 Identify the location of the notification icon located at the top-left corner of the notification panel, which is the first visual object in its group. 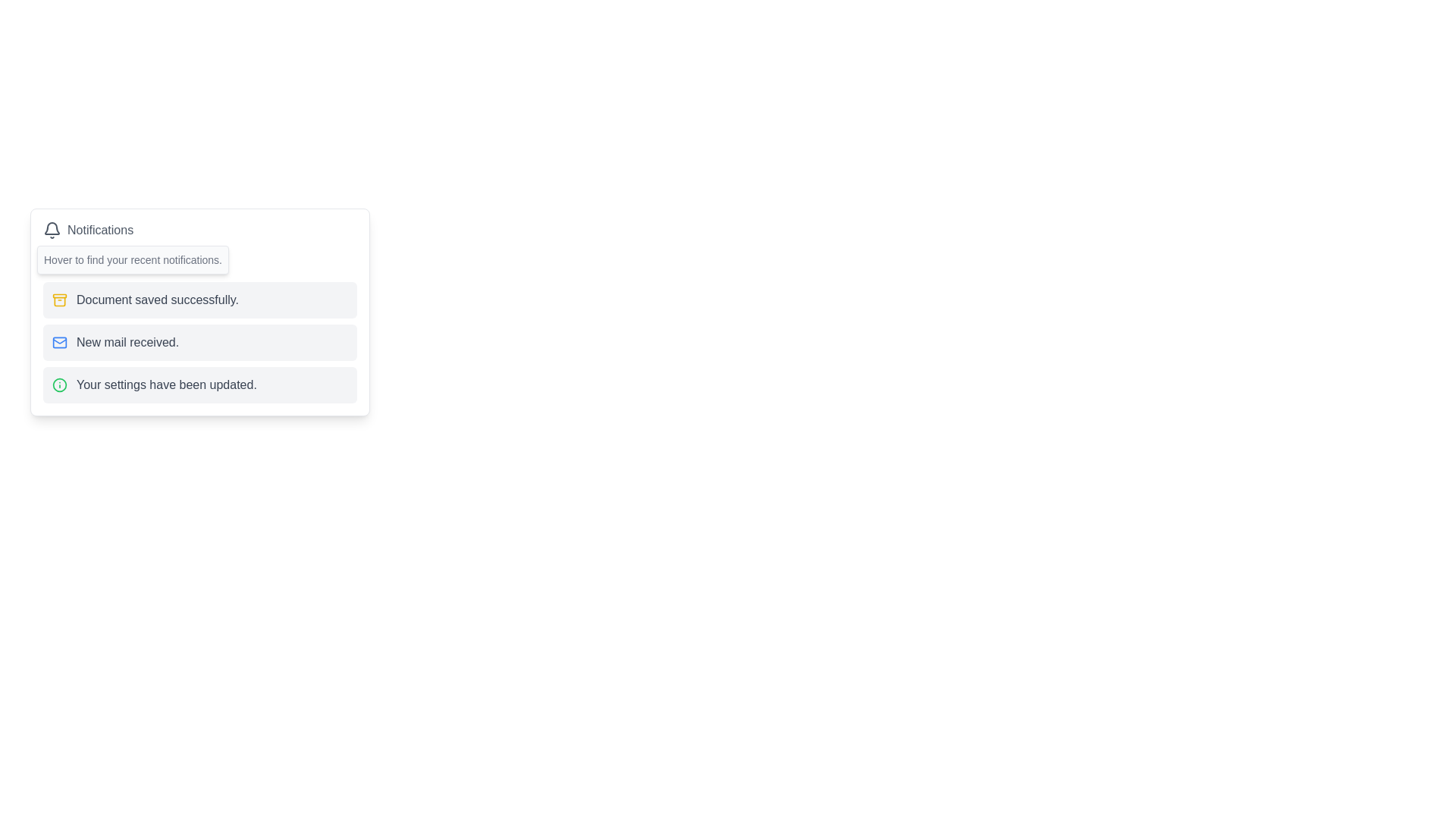
(52, 231).